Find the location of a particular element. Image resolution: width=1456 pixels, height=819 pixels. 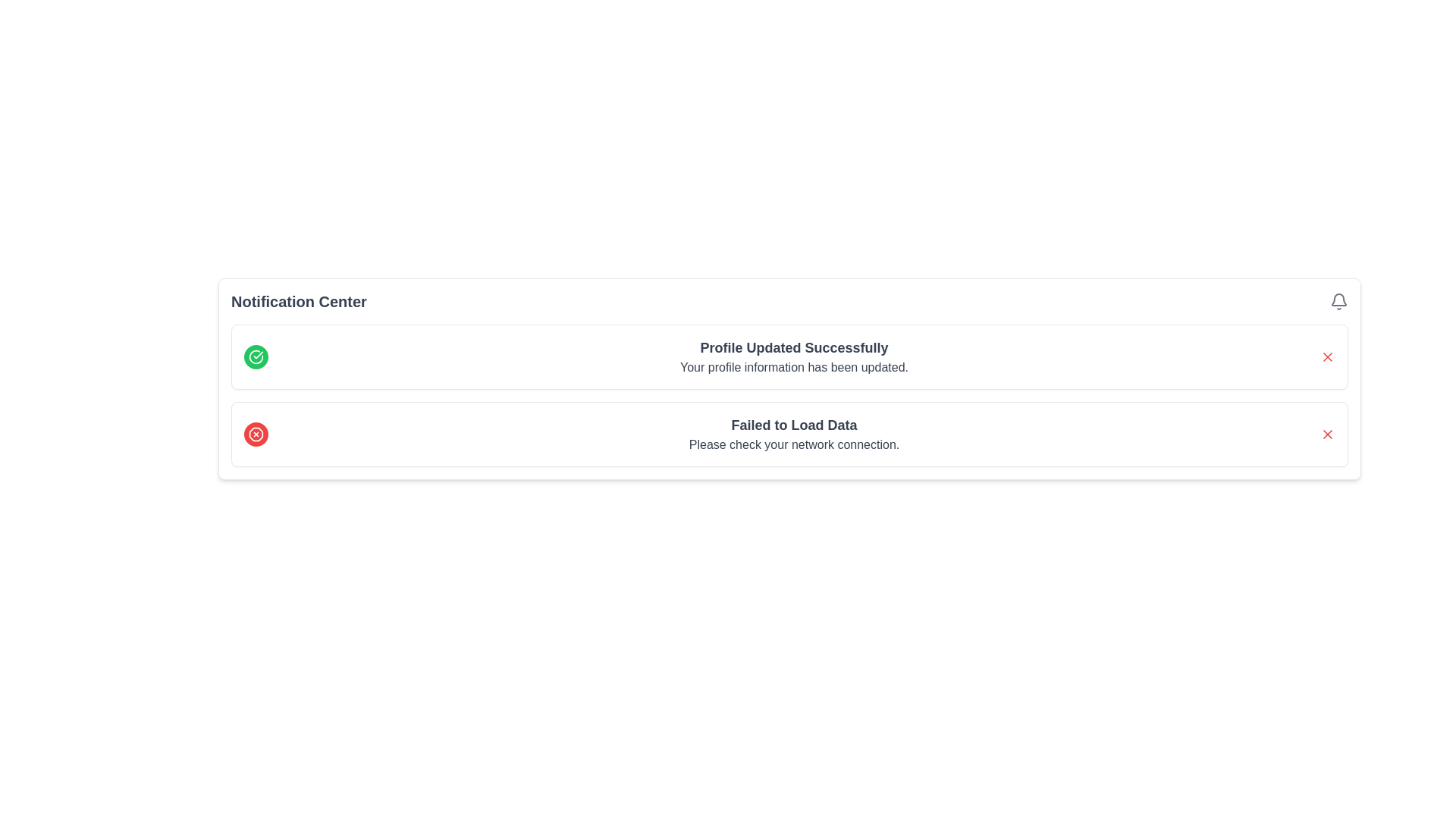

the textual notification that displays 'Failed to Load Data' and 'Please check your network connection.' is located at coordinates (793, 435).